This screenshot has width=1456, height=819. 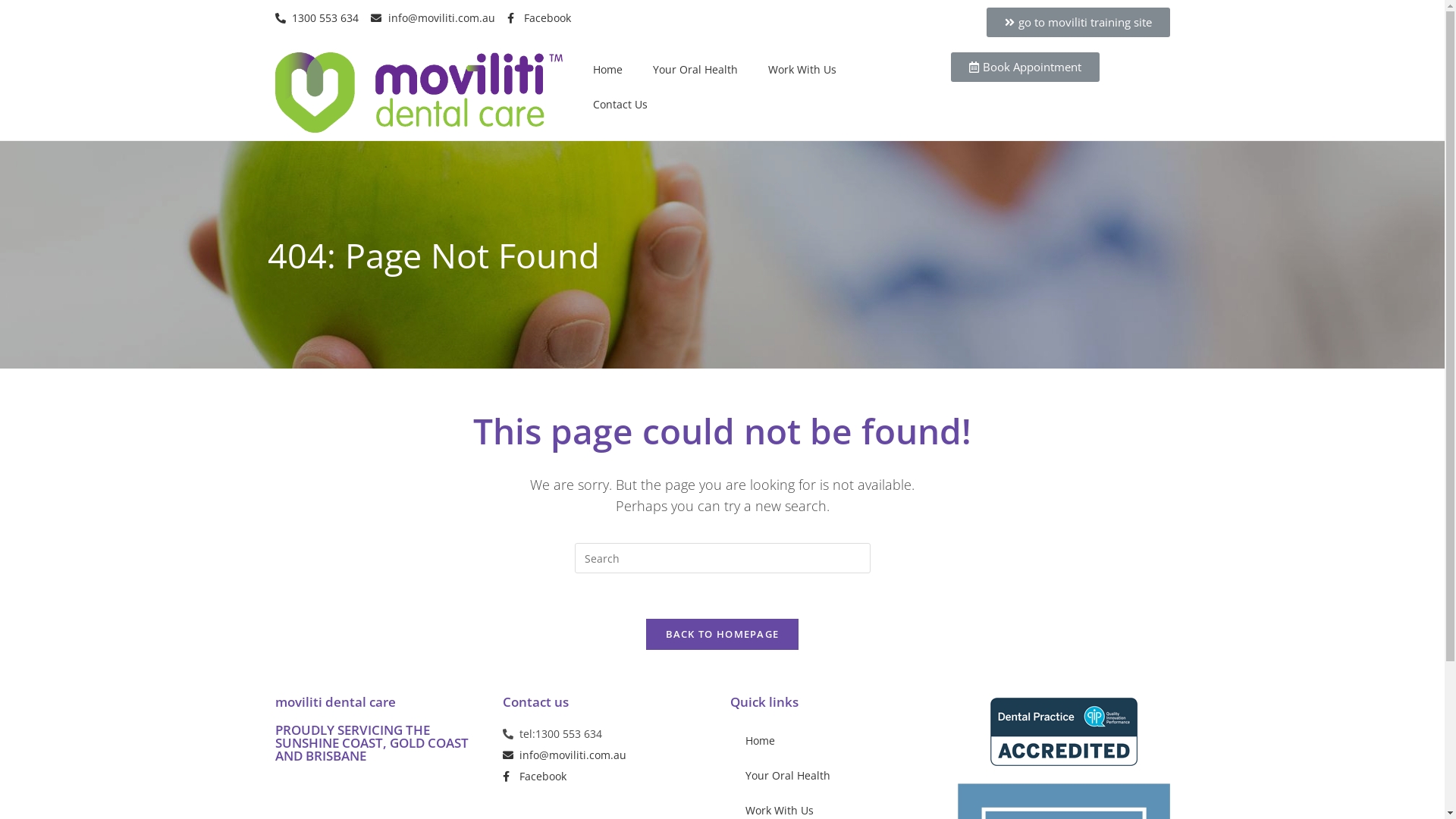 I want to click on 'Facebook', so click(x=538, y=17).